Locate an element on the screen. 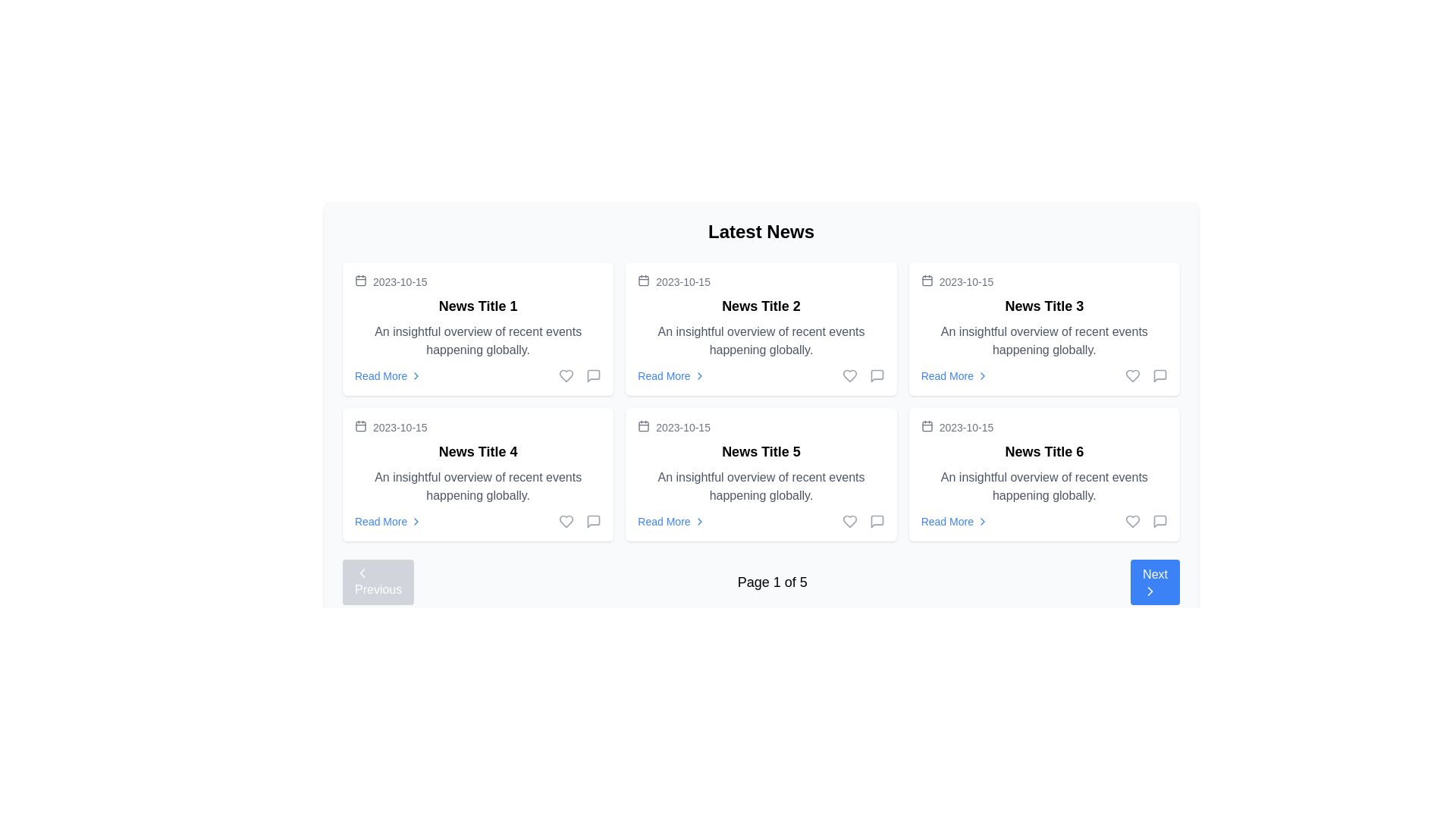 The width and height of the screenshot is (1456, 819). the Text Label displaying the date of the event or article, located inside the first card in the grid of news articles, at the top-left corner below the calendar icon is located at coordinates (400, 281).